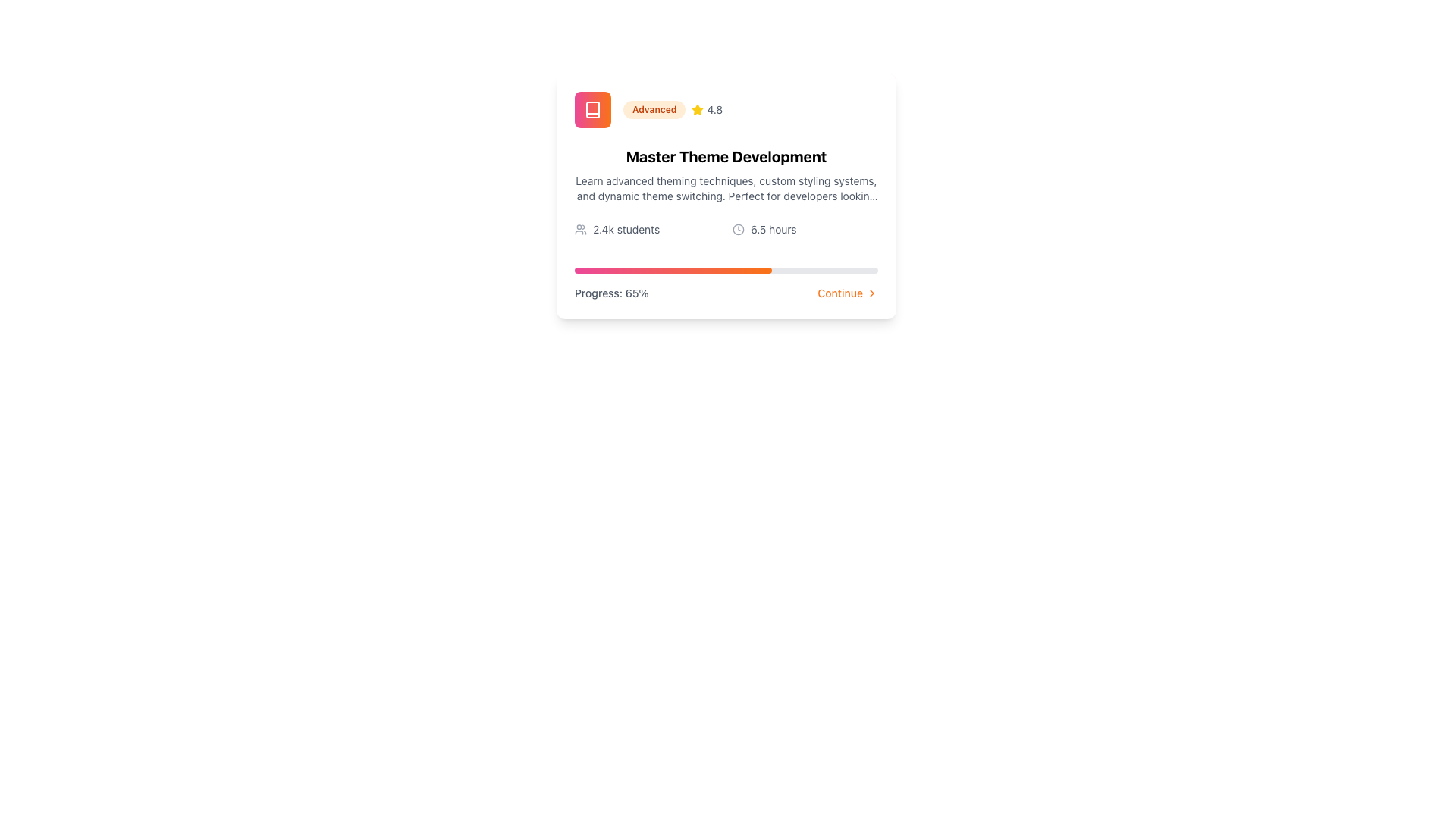 Image resolution: width=1456 pixels, height=819 pixels. Describe the element at coordinates (739, 230) in the screenshot. I see `the circular SVG graphical component that represents a clock motif, located in the 'Details' section near the course duration text ('6.5 hours')` at that location.